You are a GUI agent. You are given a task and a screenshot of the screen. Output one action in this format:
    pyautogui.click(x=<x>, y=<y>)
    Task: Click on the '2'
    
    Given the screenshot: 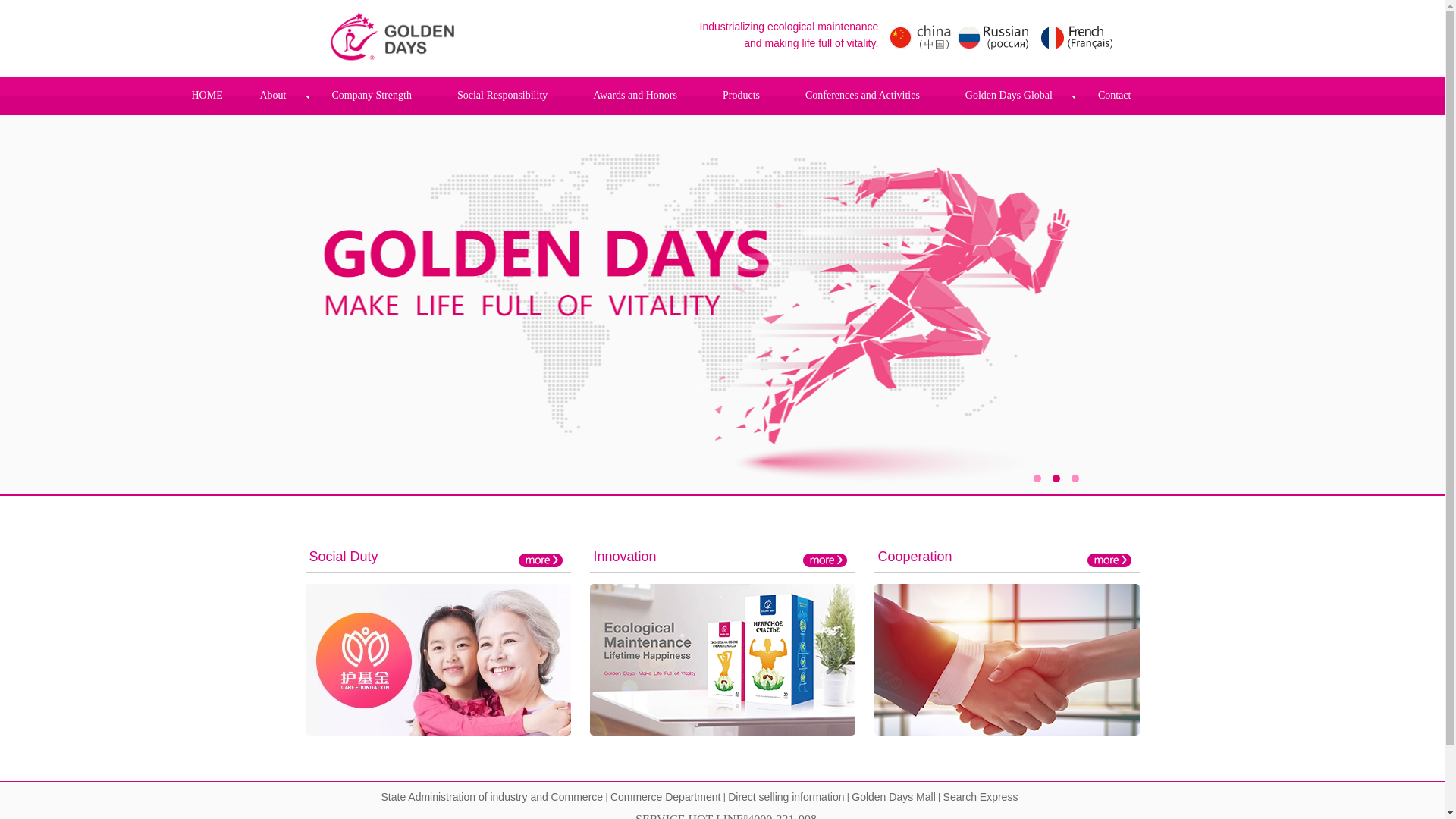 What is the action you would take?
    pyautogui.click(x=1051, y=479)
    